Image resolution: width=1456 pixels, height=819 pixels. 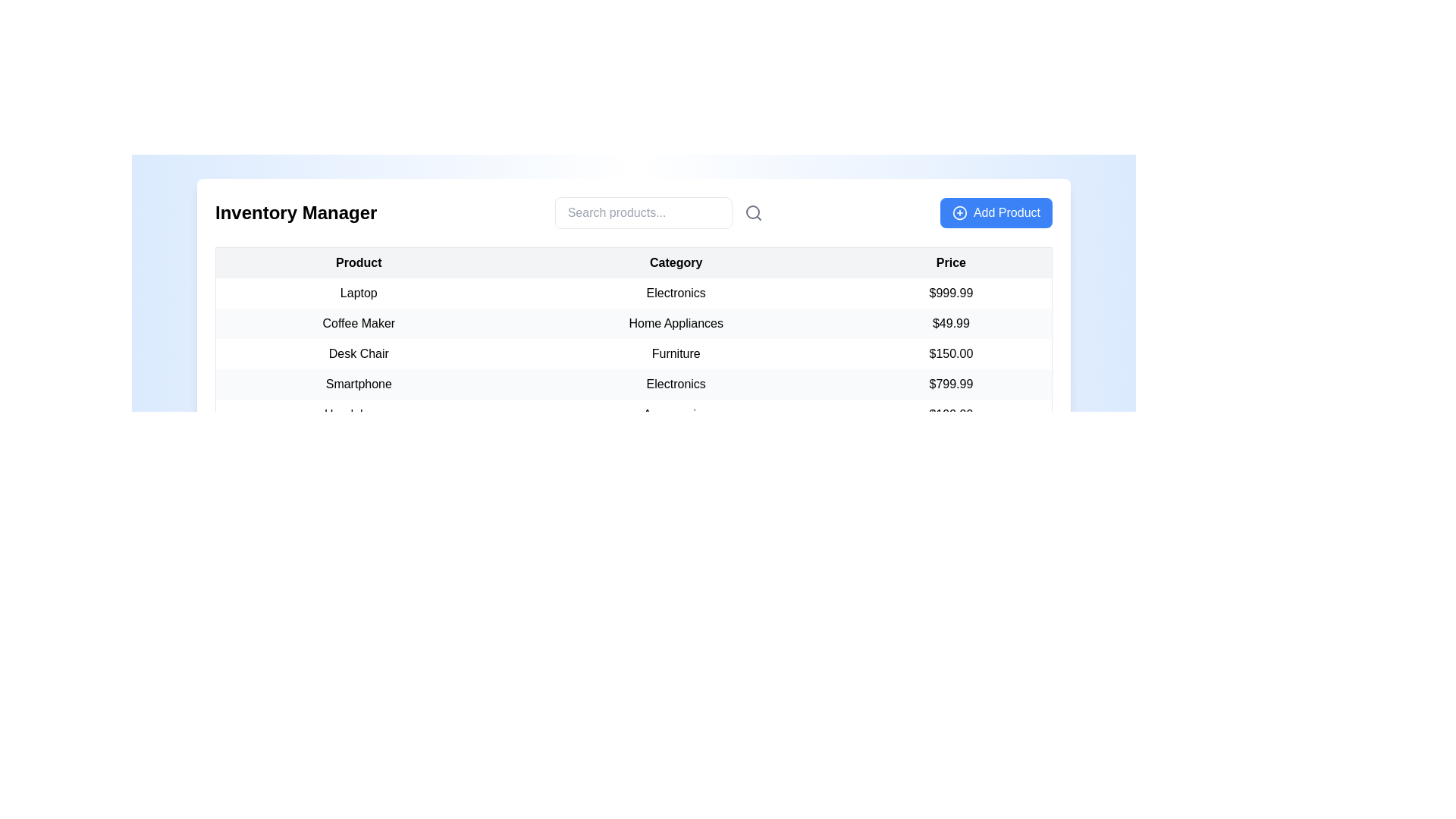 What do you see at coordinates (950, 262) in the screenshot?
I see `the 'Price' text label element, which is a bold black text within a light-gray rectangular background, positioned as the third column header in a table layout` at bounding box center [950, 262].